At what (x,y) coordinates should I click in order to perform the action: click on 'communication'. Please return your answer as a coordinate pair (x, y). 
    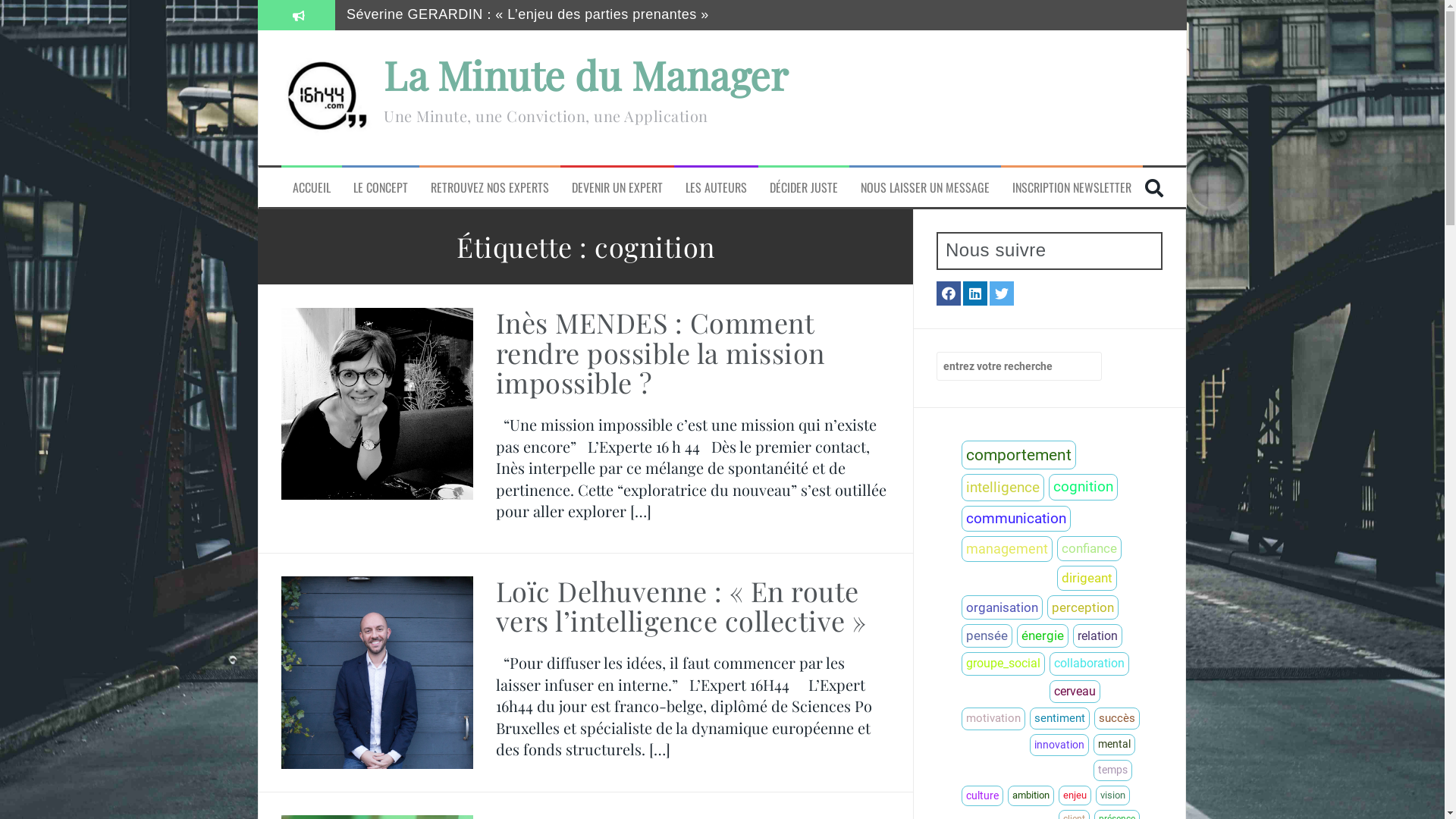
    Looking at the image, I should click on (1015, 518).